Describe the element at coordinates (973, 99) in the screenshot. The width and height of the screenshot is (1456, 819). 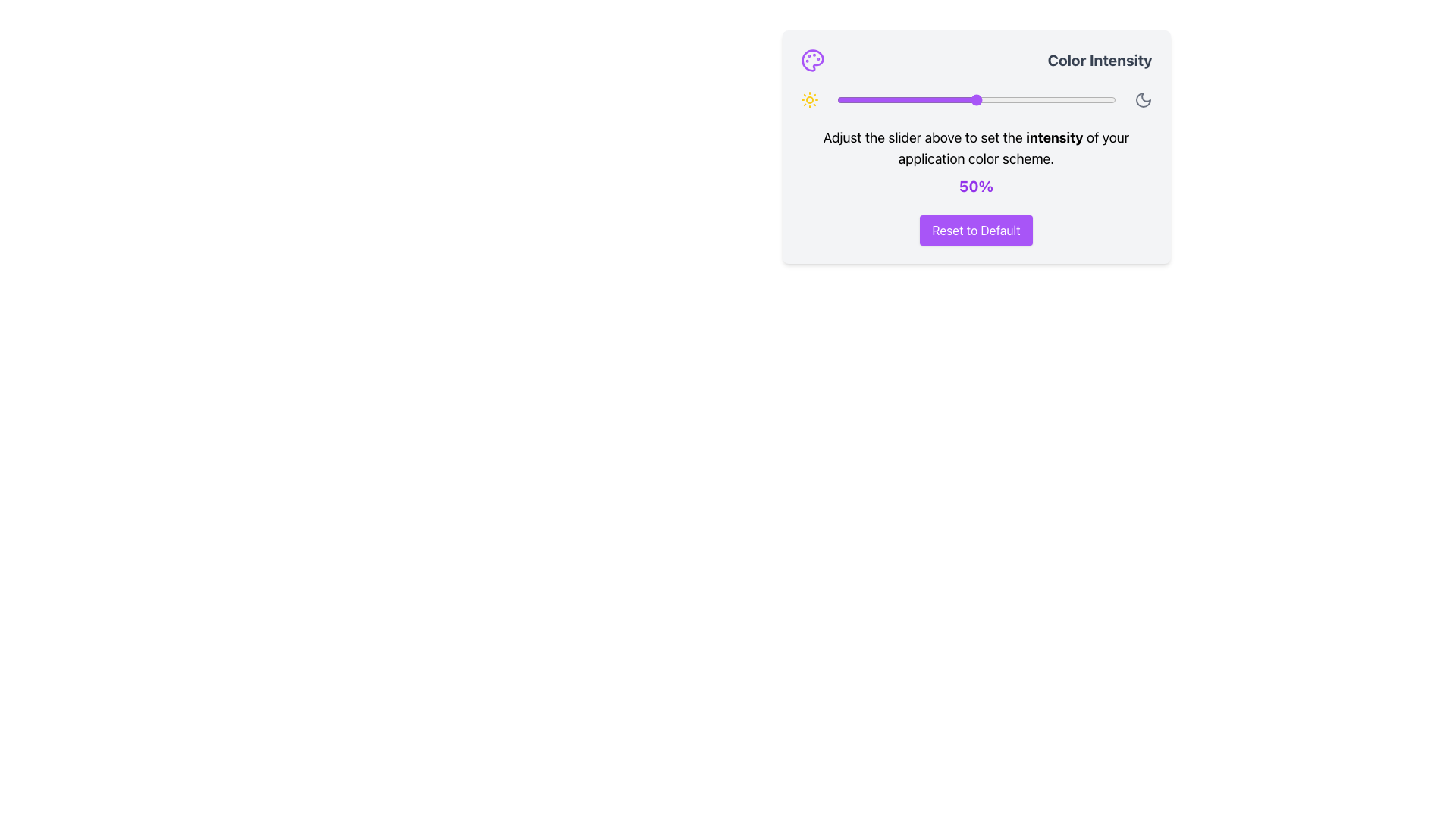
I see `the color intensity slider` at that location.